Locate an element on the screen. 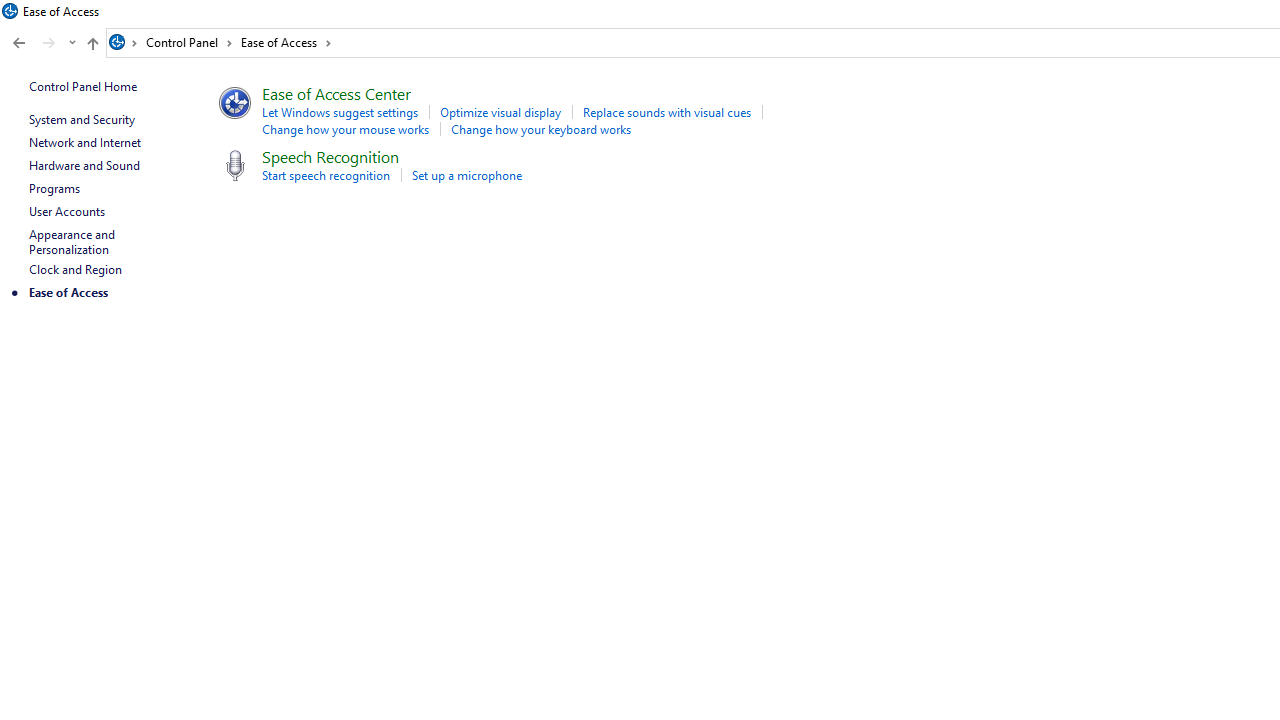 Image resolution: width=1280 pixels, height=720 pixels. 'System and Security' is located at coordinates (80, 119).